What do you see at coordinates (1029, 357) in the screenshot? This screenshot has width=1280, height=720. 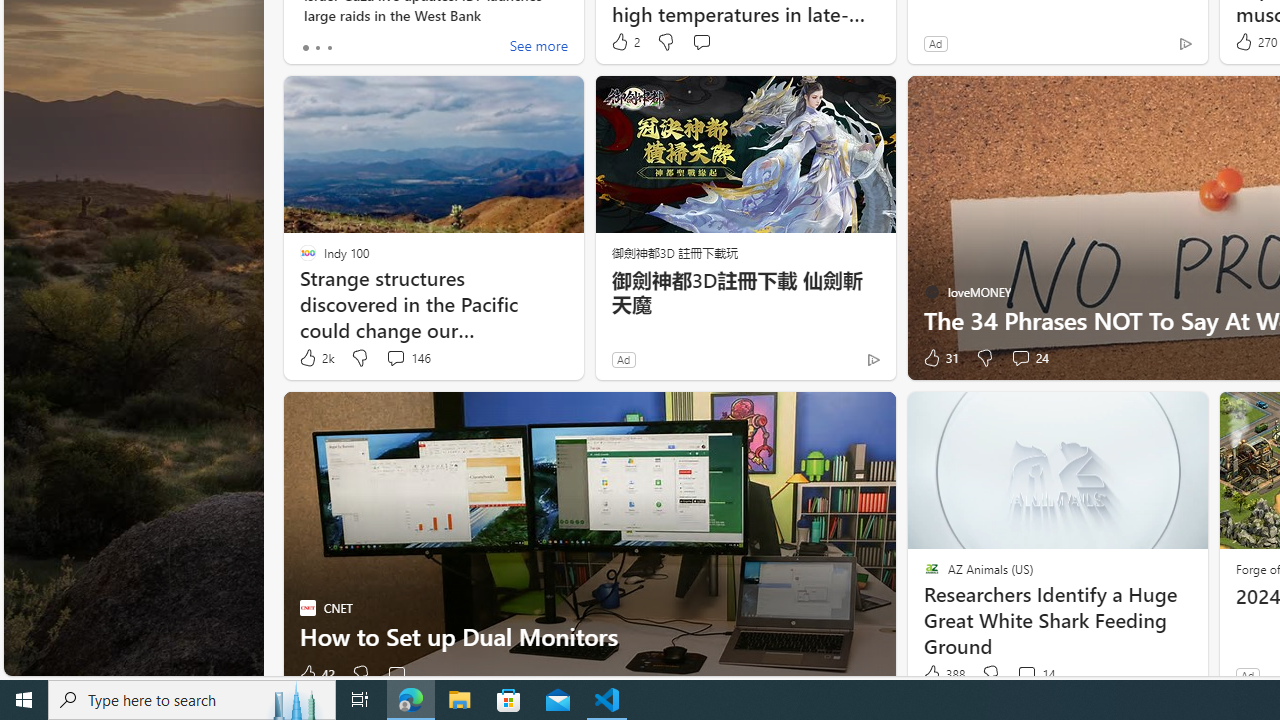 I see `'View comments 24 Comment'` at bounding box center [1029, 357].